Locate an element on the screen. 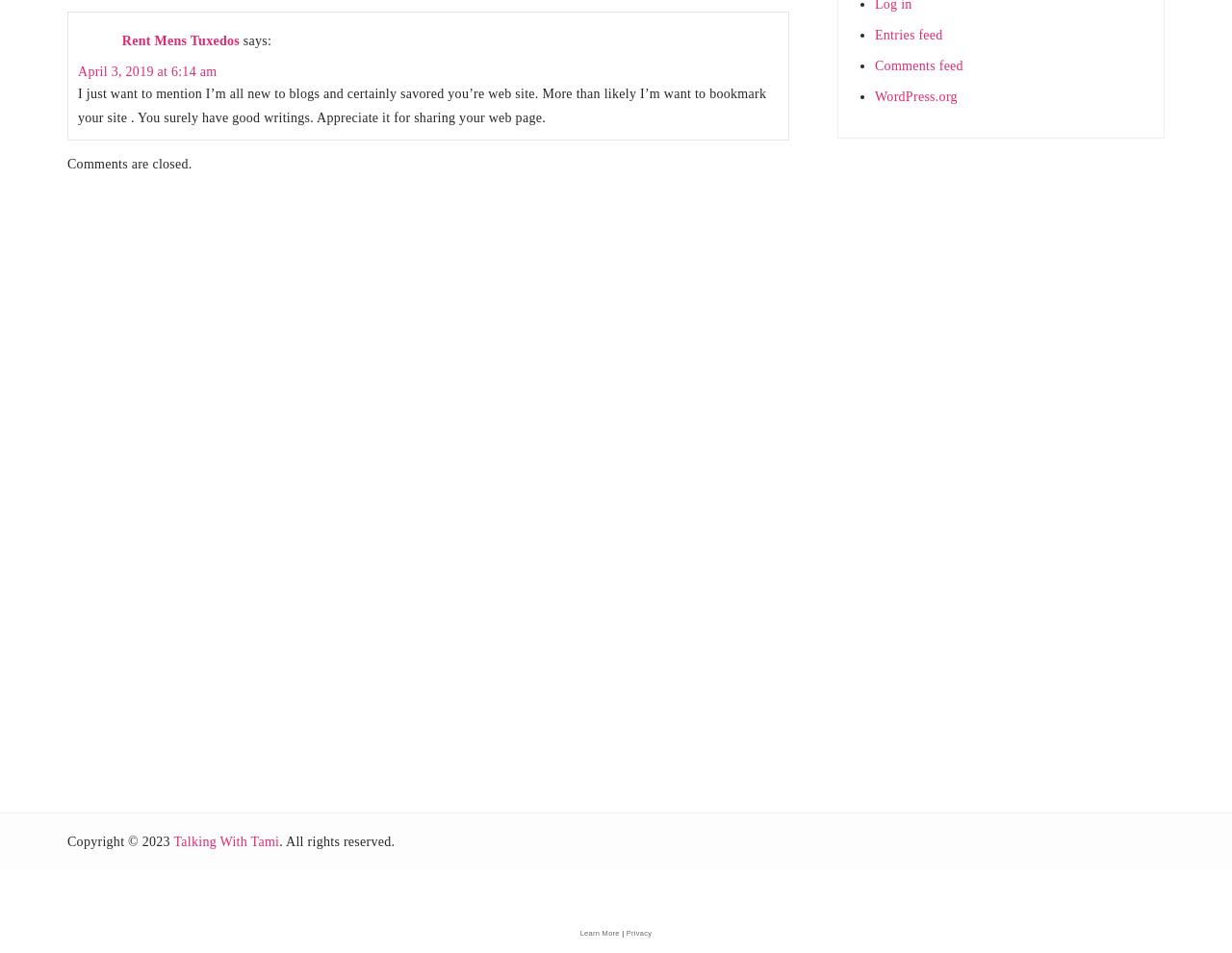 The height and width of the screenshot is (953, 1232). 'Talking With Tami' is located at coordinates (226, 840).